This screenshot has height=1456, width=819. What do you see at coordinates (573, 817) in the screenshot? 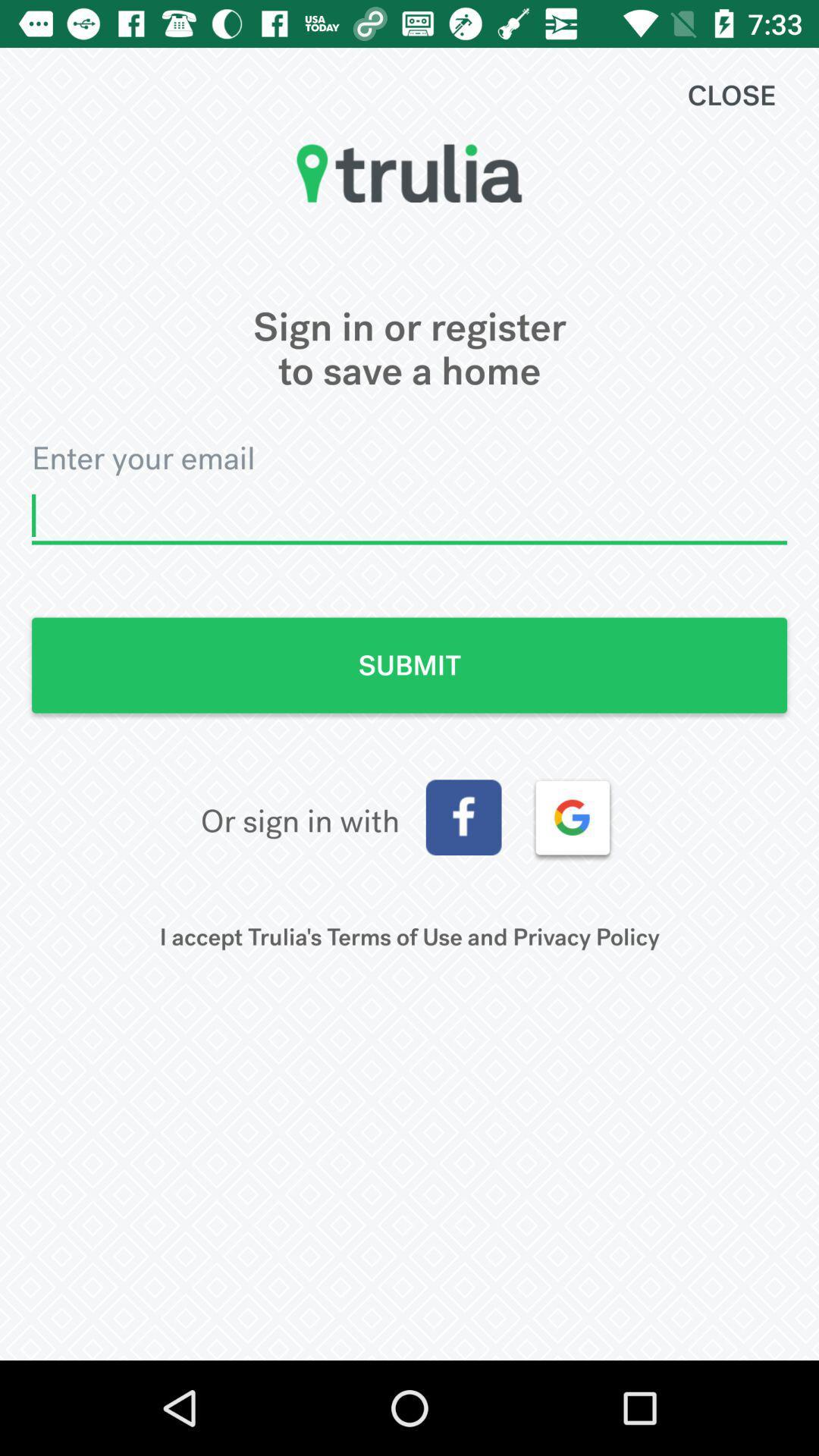
I see `sign in with google account` at bounding box center [573, 817].